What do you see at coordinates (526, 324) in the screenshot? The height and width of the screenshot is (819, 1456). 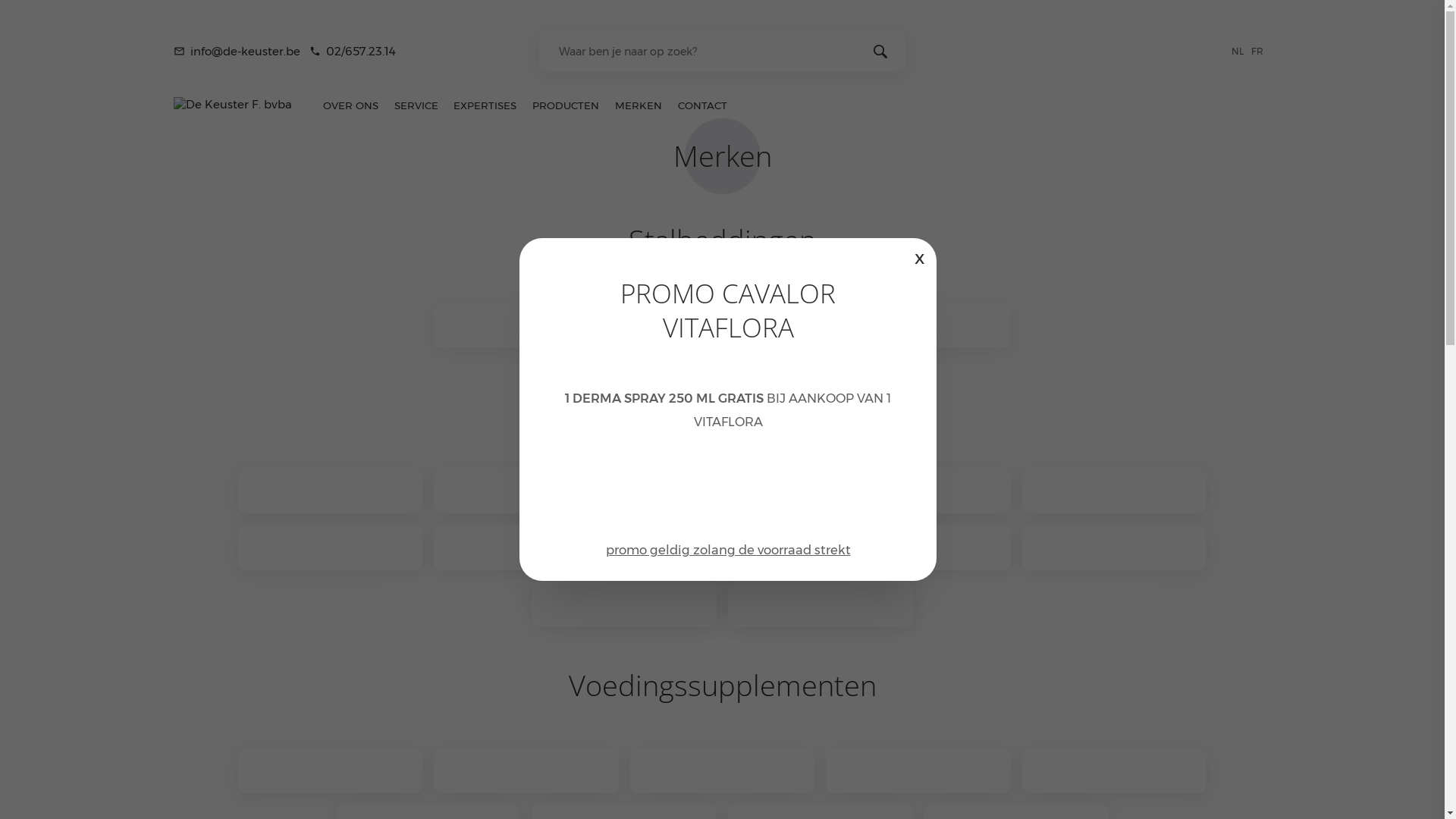 I see `'ALLSPAN'` at bounding box center [526, 324].